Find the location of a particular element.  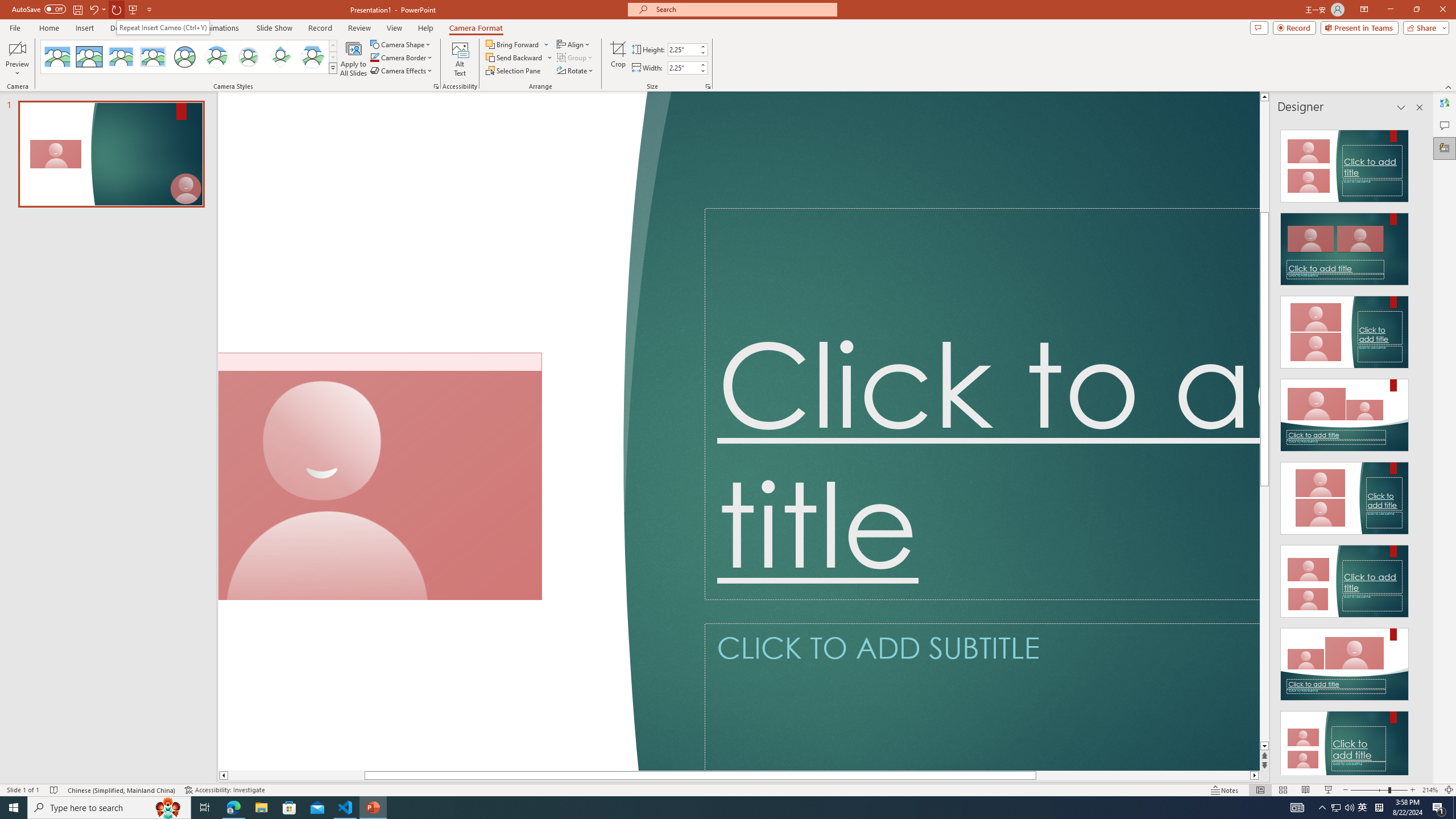

'Center Shadow Diamond' is located at coordinates (280, 56).